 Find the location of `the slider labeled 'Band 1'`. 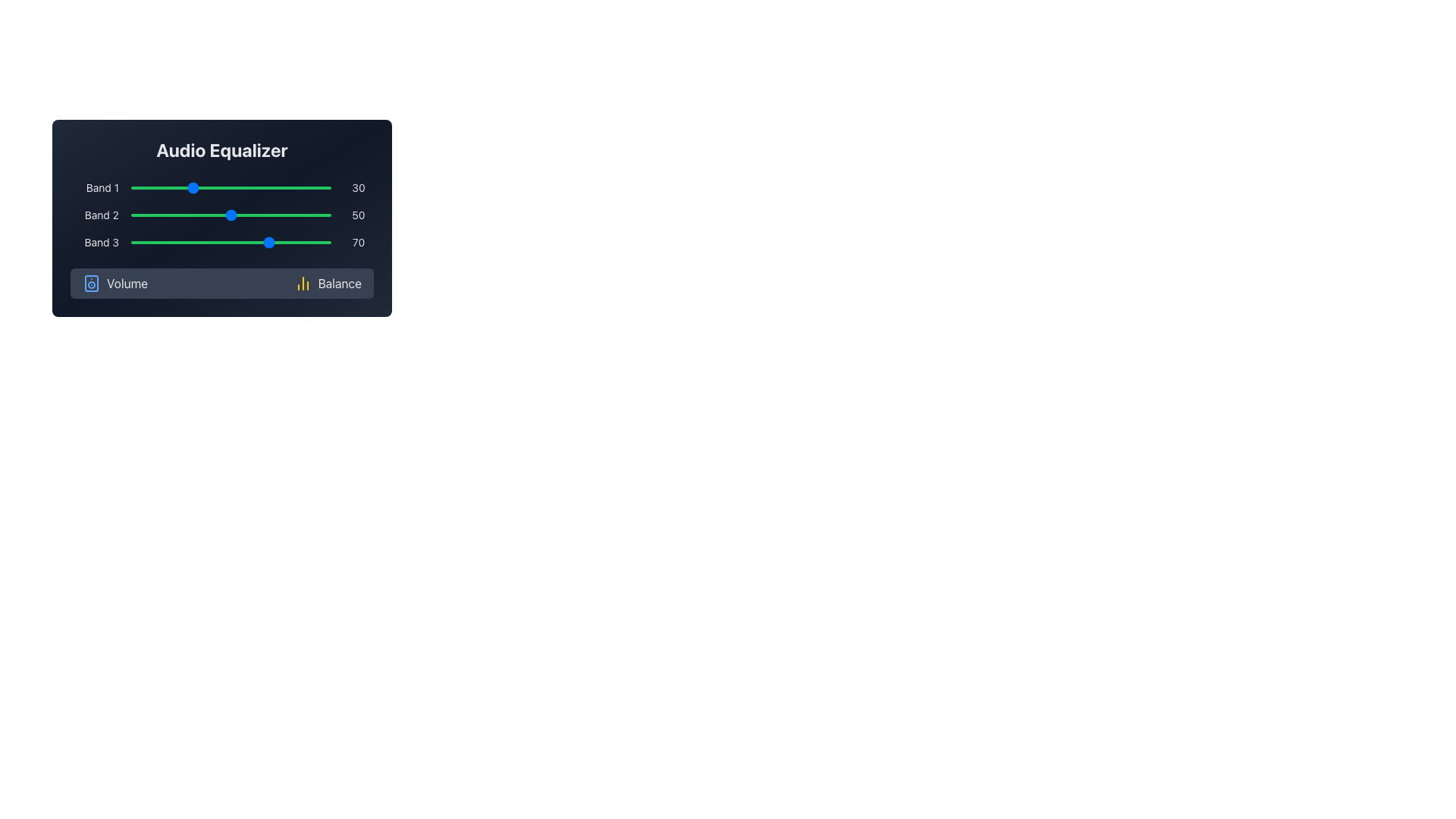

the slider labeled 'Band 1' is located at coordinates (275, 187).